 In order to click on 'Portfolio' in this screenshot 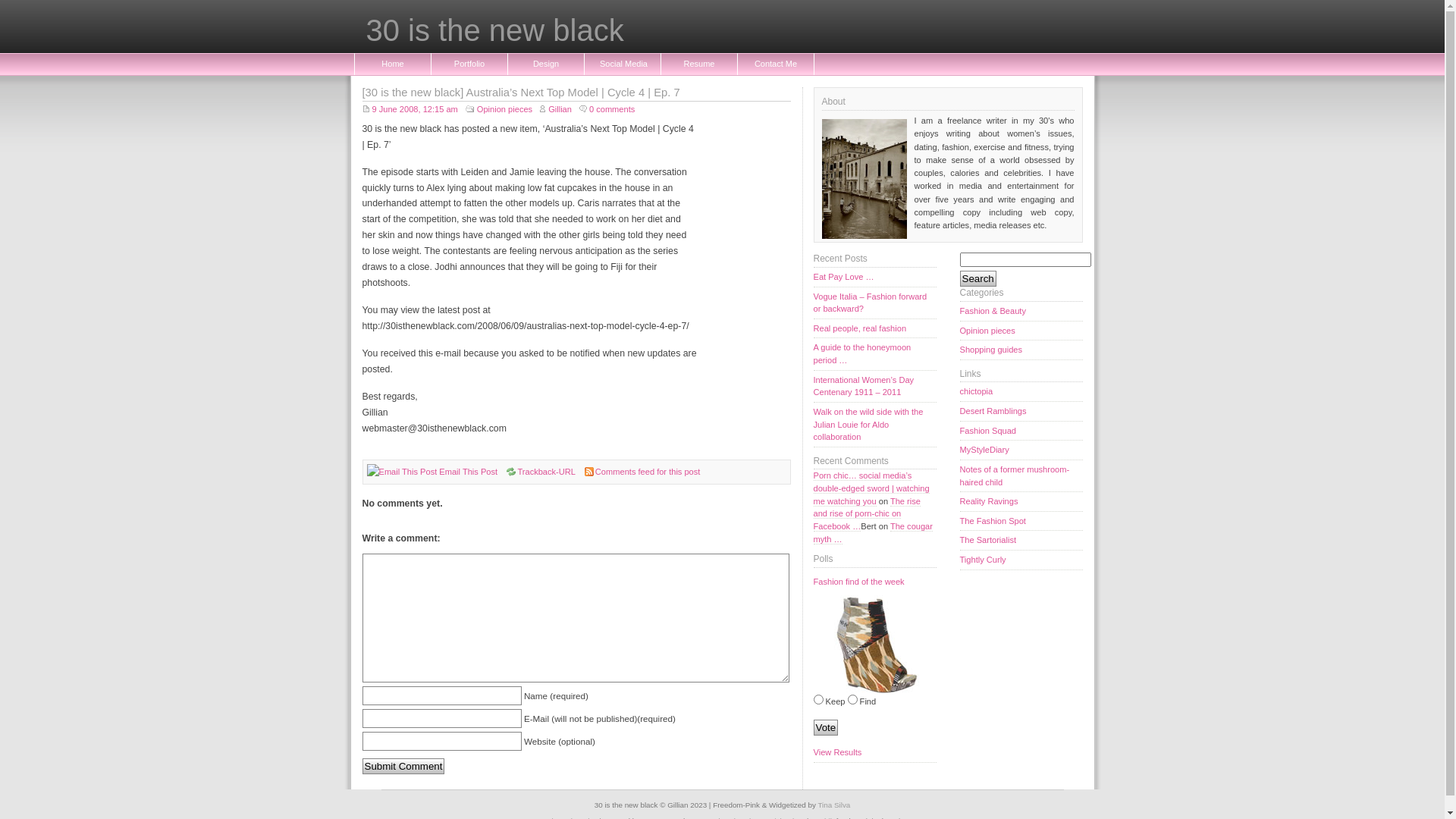, I will do `click(469, 63)`.